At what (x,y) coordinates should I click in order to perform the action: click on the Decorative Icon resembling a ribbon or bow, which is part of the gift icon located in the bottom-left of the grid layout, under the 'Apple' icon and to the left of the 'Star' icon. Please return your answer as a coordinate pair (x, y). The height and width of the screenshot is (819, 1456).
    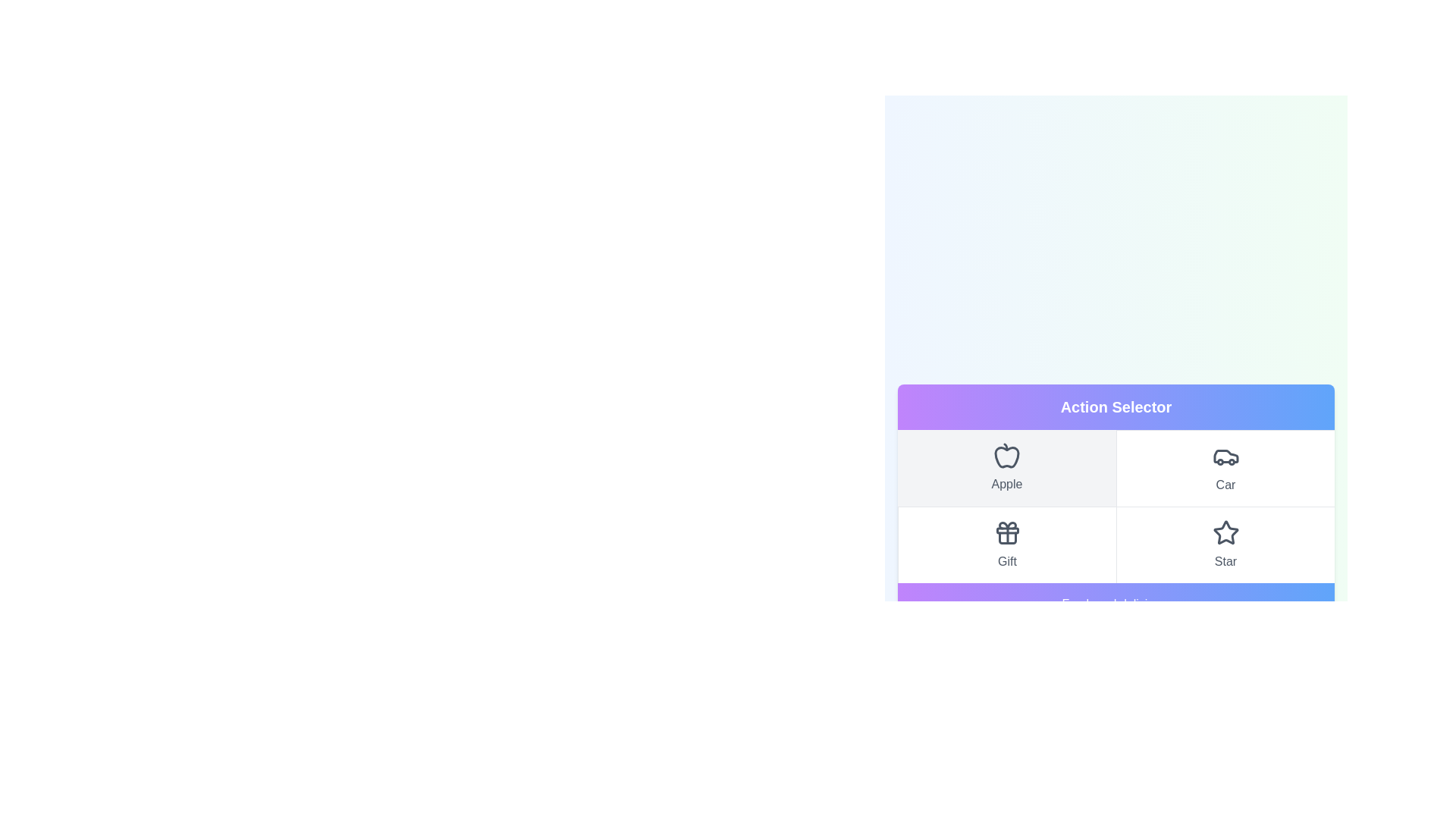
    Looking at the image, I should click on (1007, 525).